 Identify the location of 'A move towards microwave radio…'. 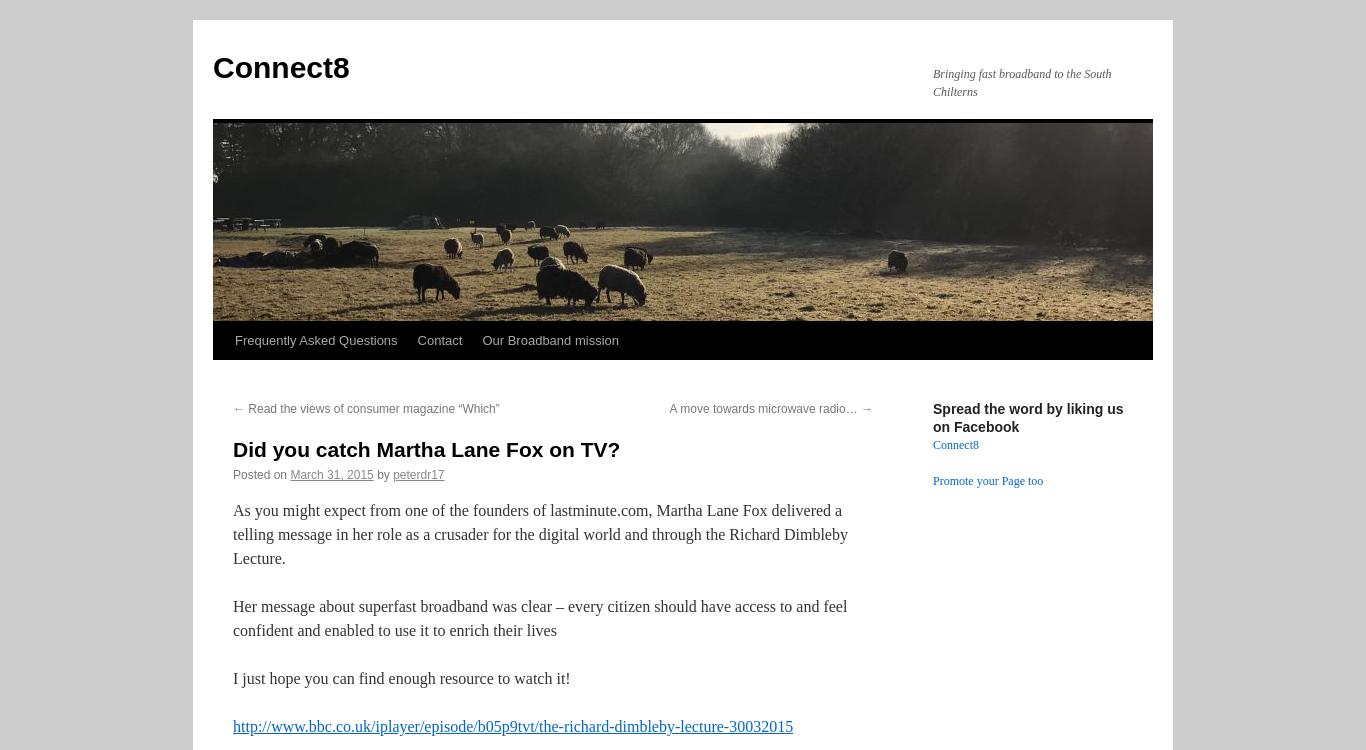
(764, 408).